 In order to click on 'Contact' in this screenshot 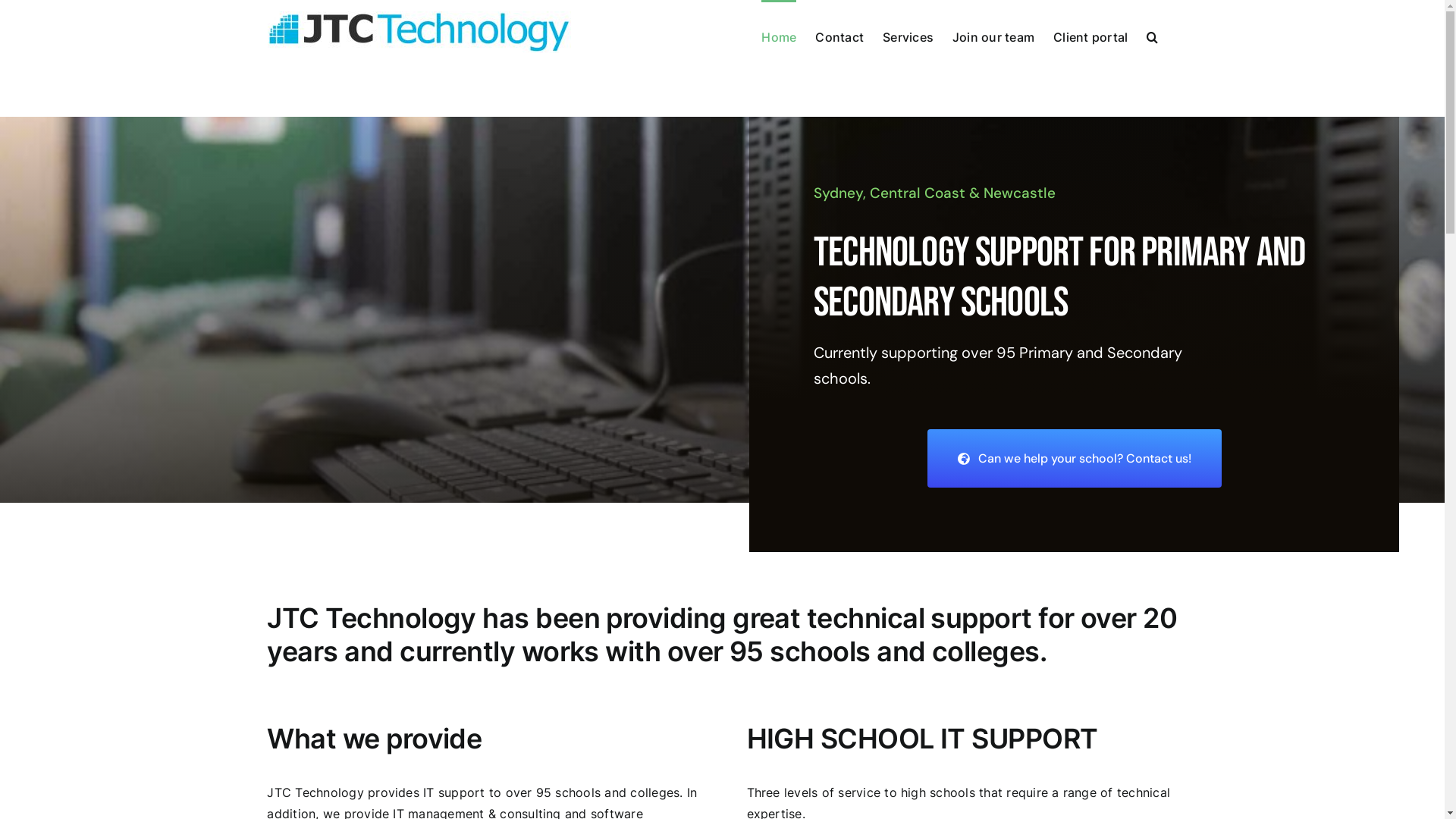, I will do `click(839, 34)`.